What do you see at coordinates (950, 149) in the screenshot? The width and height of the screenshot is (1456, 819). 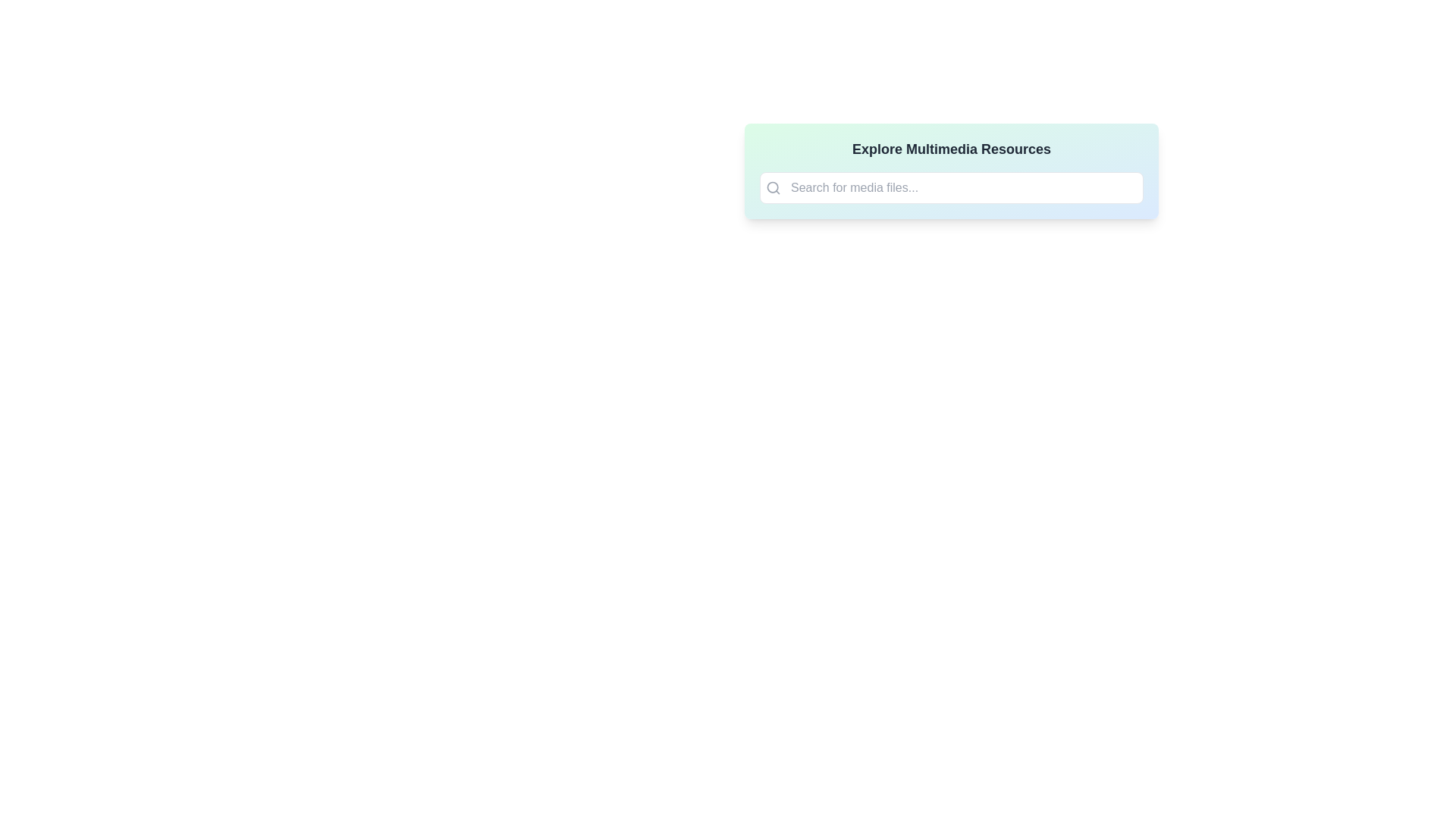 I see `the static text heading that serves as the title for the section, located above the search bar within the gradient-colored rectangular card` at bounding box center [950, 149].